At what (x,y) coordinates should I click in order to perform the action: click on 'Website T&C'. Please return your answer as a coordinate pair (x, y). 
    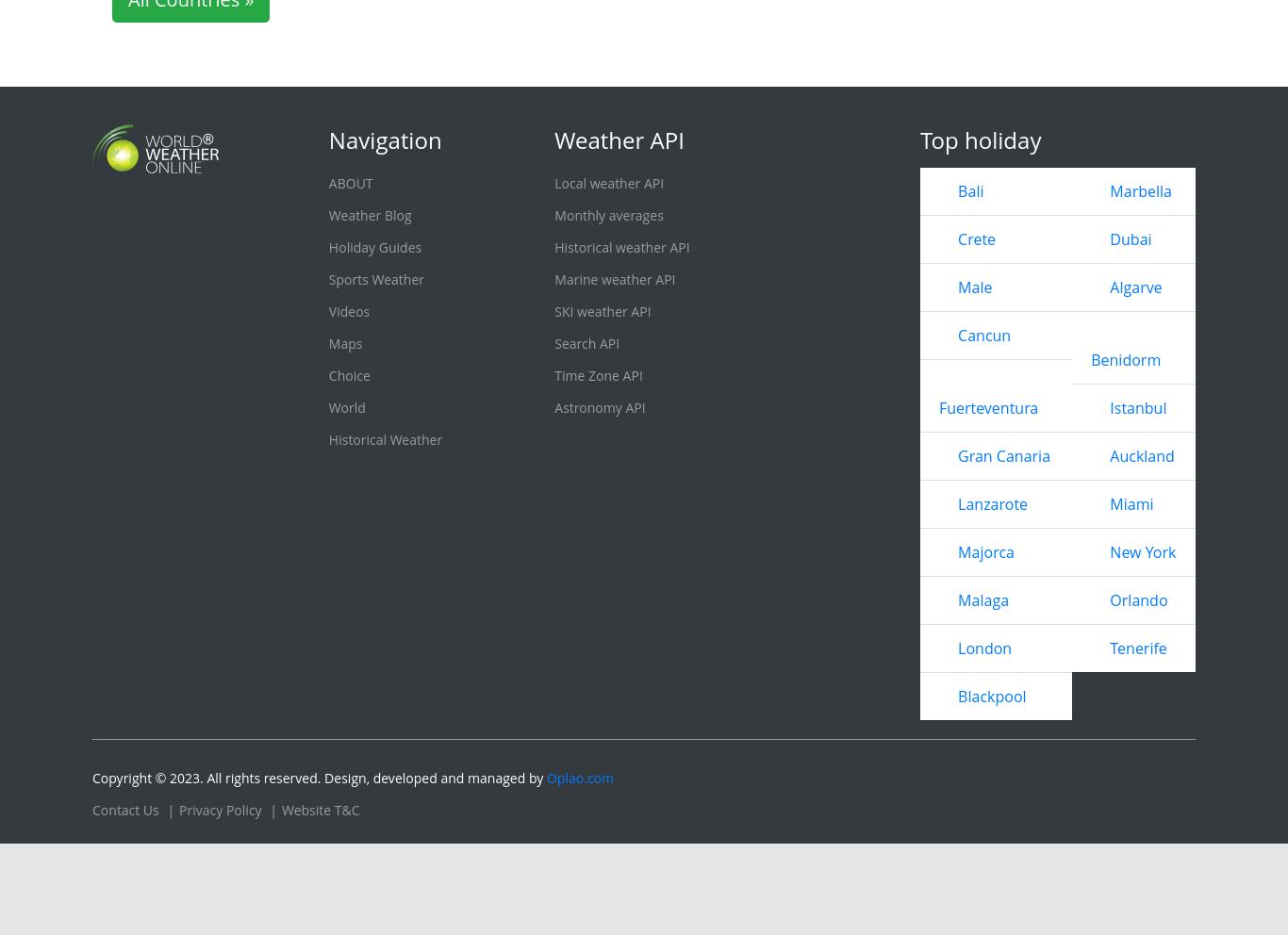
    Looking at the image, I should click on (281, 808).